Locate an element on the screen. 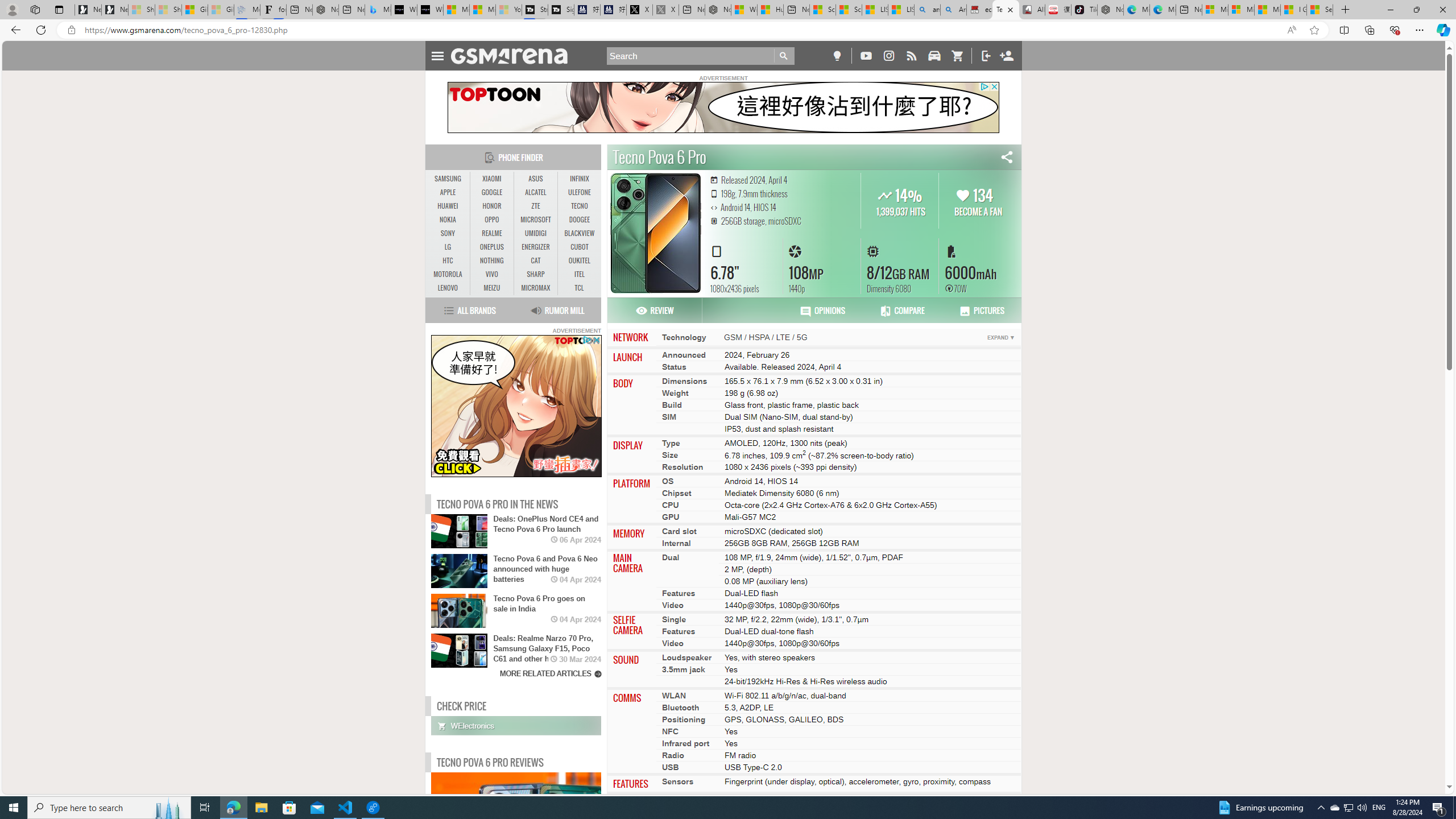  'HUAWEI' is located at coordinates (448, 205).